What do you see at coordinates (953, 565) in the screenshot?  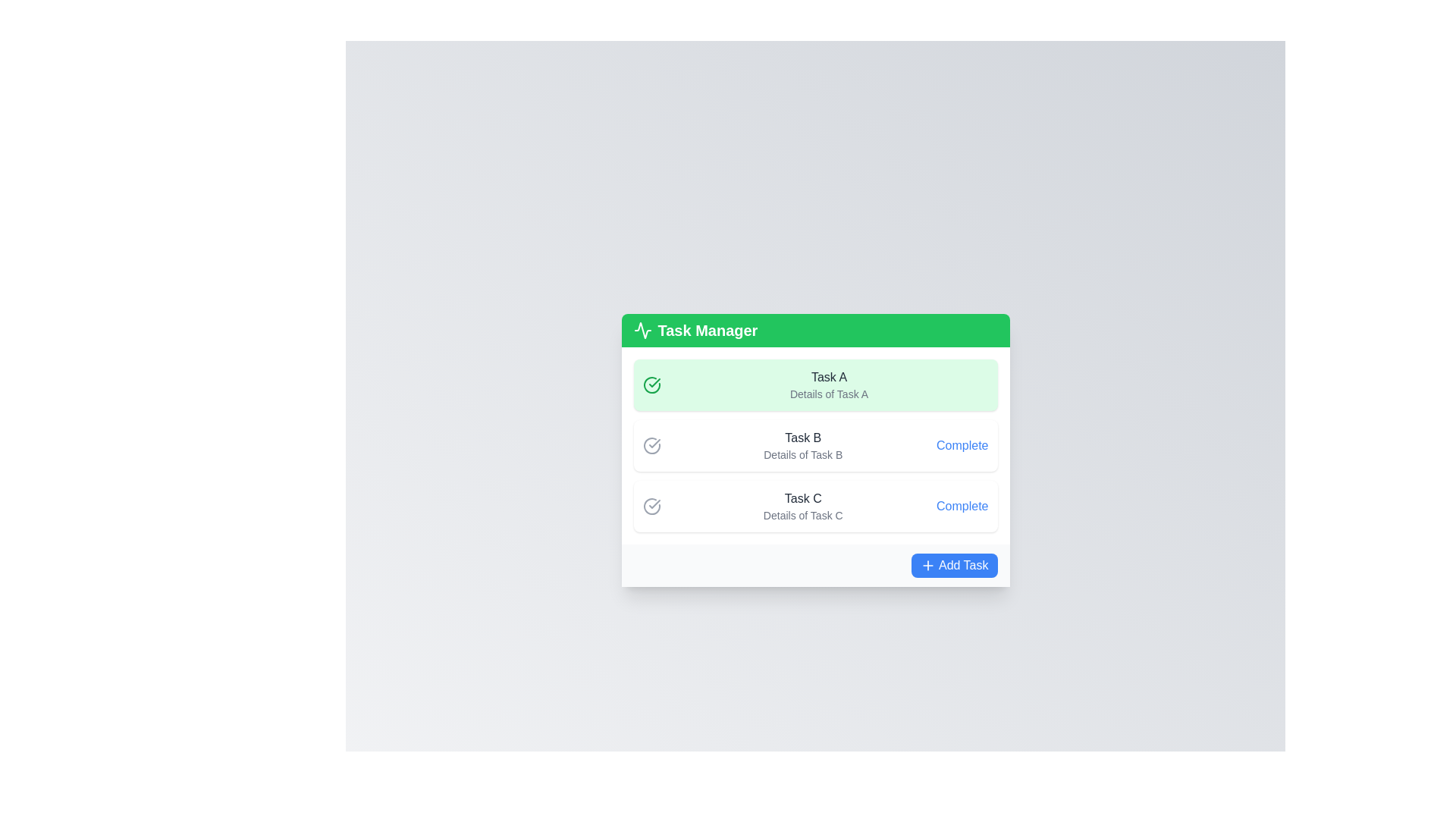 I see `the blue rectangular button labeled 'Add Task' with a plus icon, located in the bottom-right corner of the white card interface` at bounding box center [953, 565].